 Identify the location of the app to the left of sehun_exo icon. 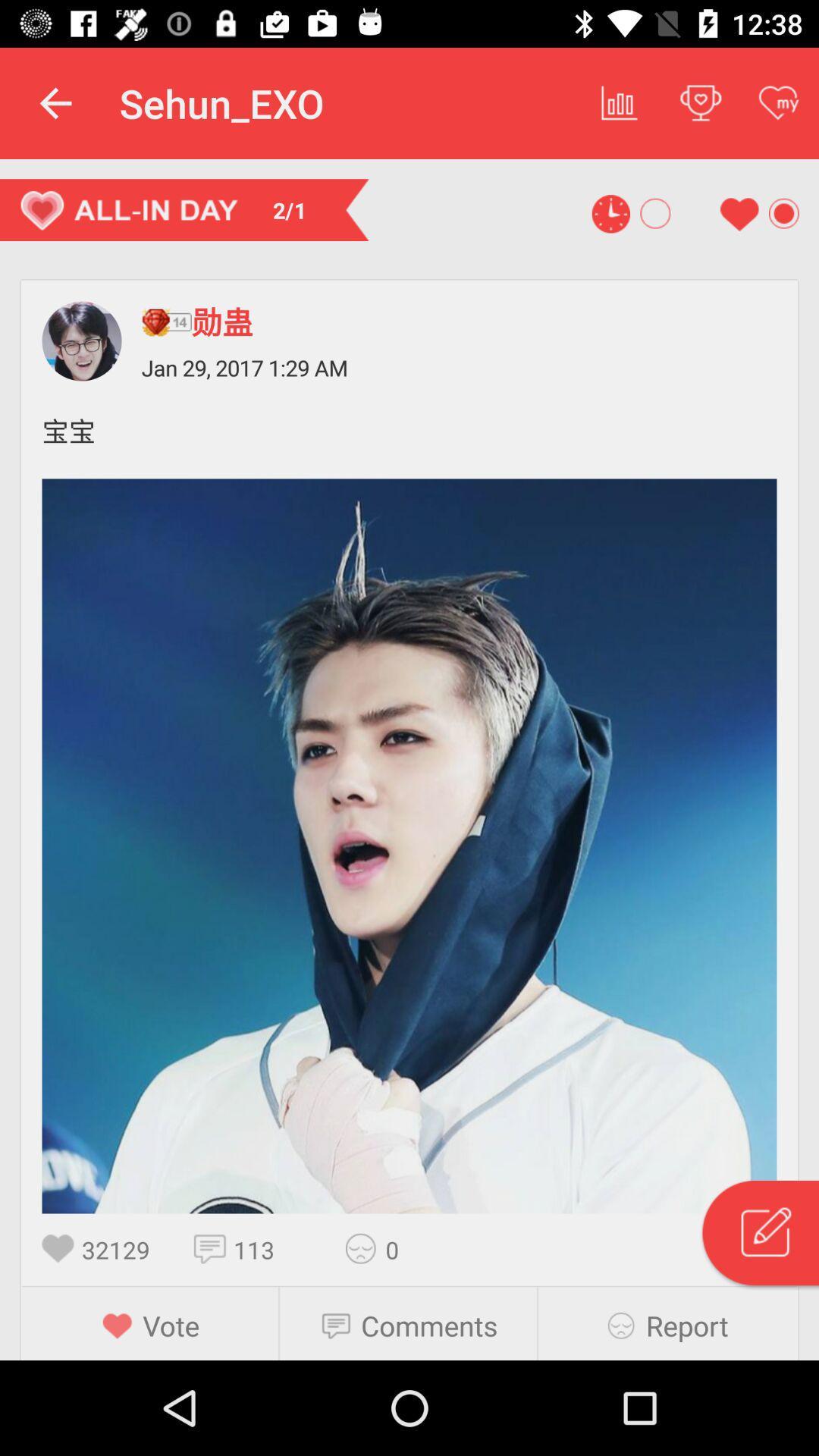
(55, 102).